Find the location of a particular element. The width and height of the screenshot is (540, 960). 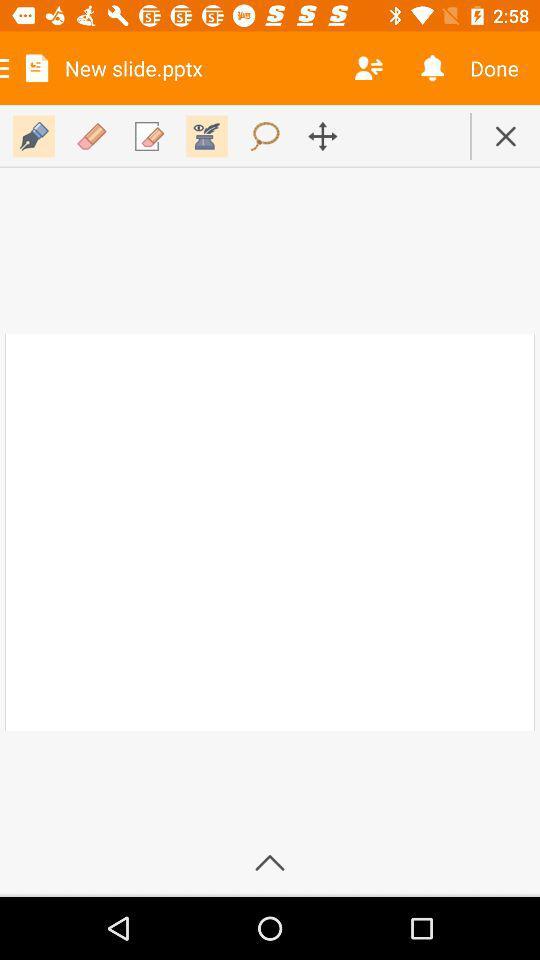

the swap icon is located at coordinates (322, 135).